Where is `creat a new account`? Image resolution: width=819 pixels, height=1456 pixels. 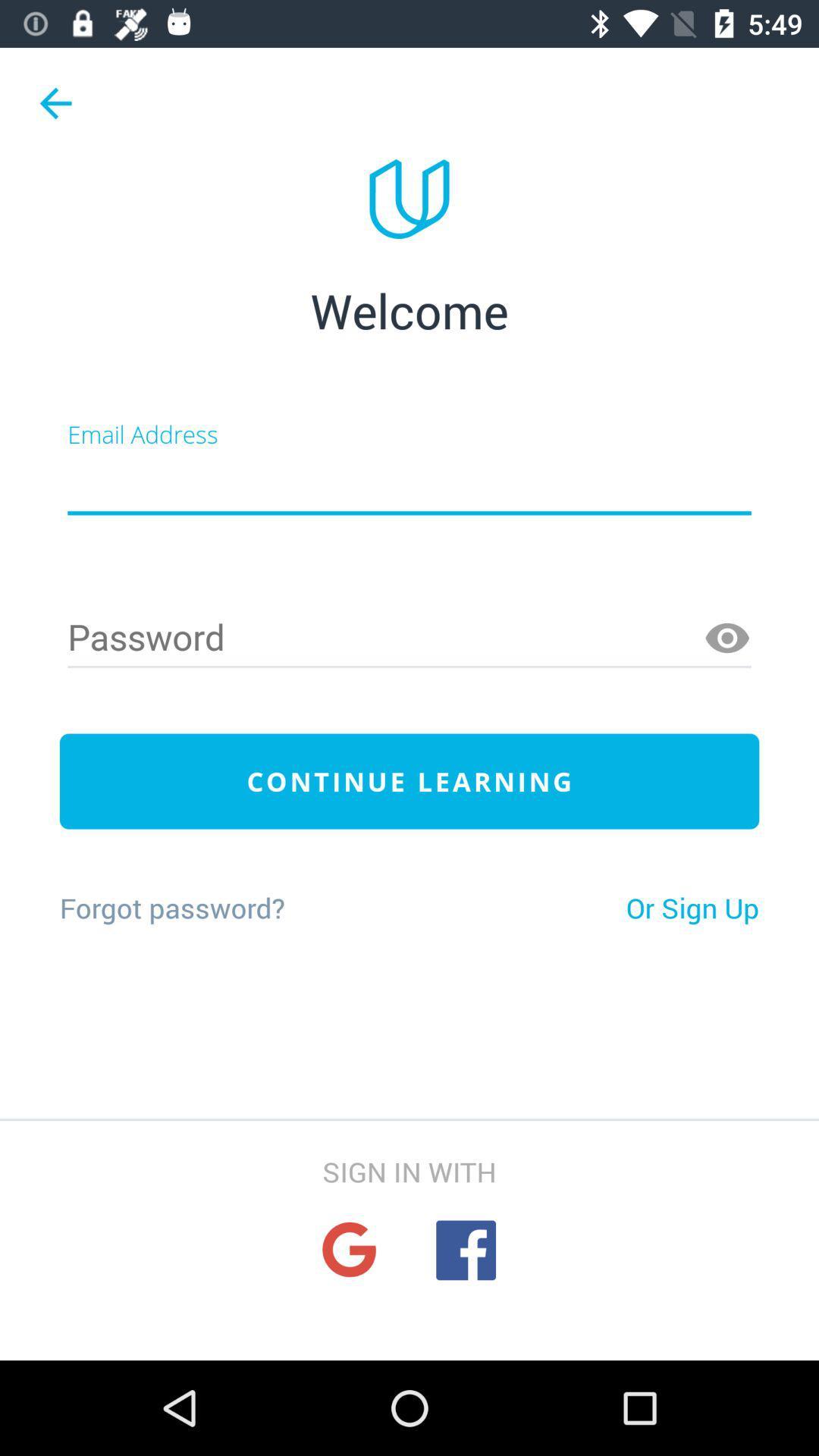
creat a new account is located at coordinates (409, 483).